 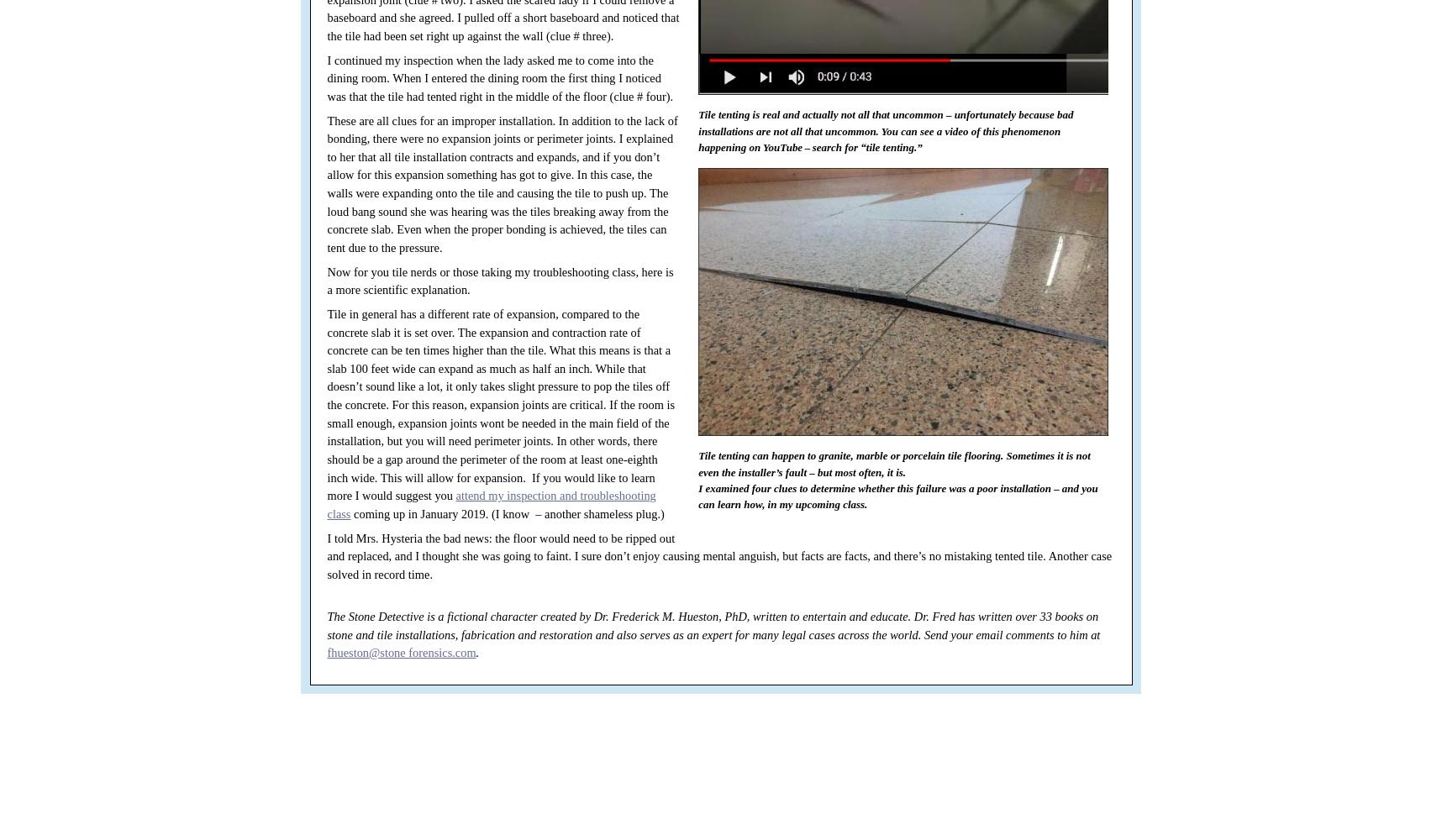 I want to click on 'I examined four clues to determine whether this failure was a poor installation – and you can learn how, in my upcoming class.', so click(x=897, y=495).